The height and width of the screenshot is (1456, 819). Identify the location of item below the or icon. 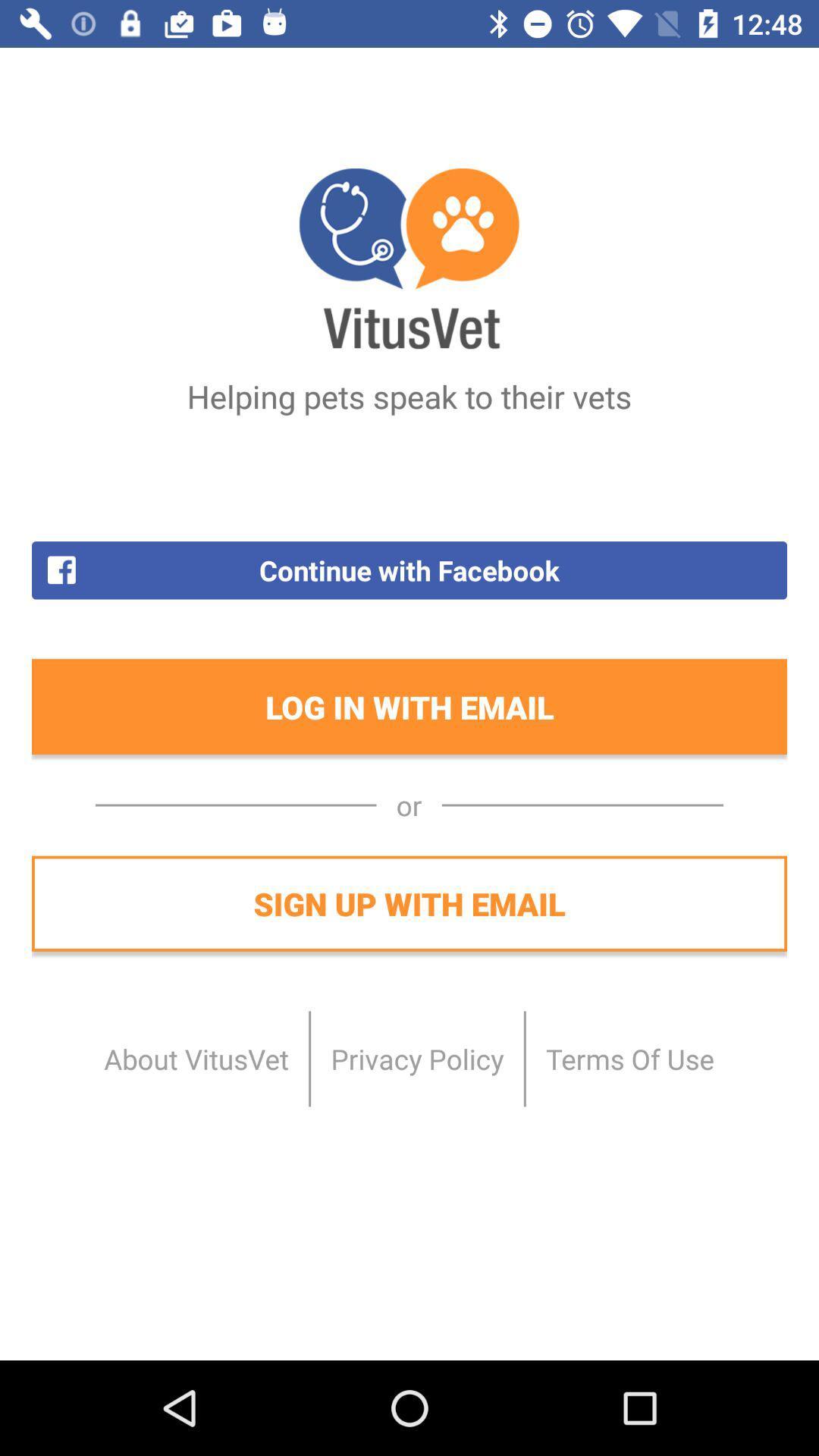
(409, 903).